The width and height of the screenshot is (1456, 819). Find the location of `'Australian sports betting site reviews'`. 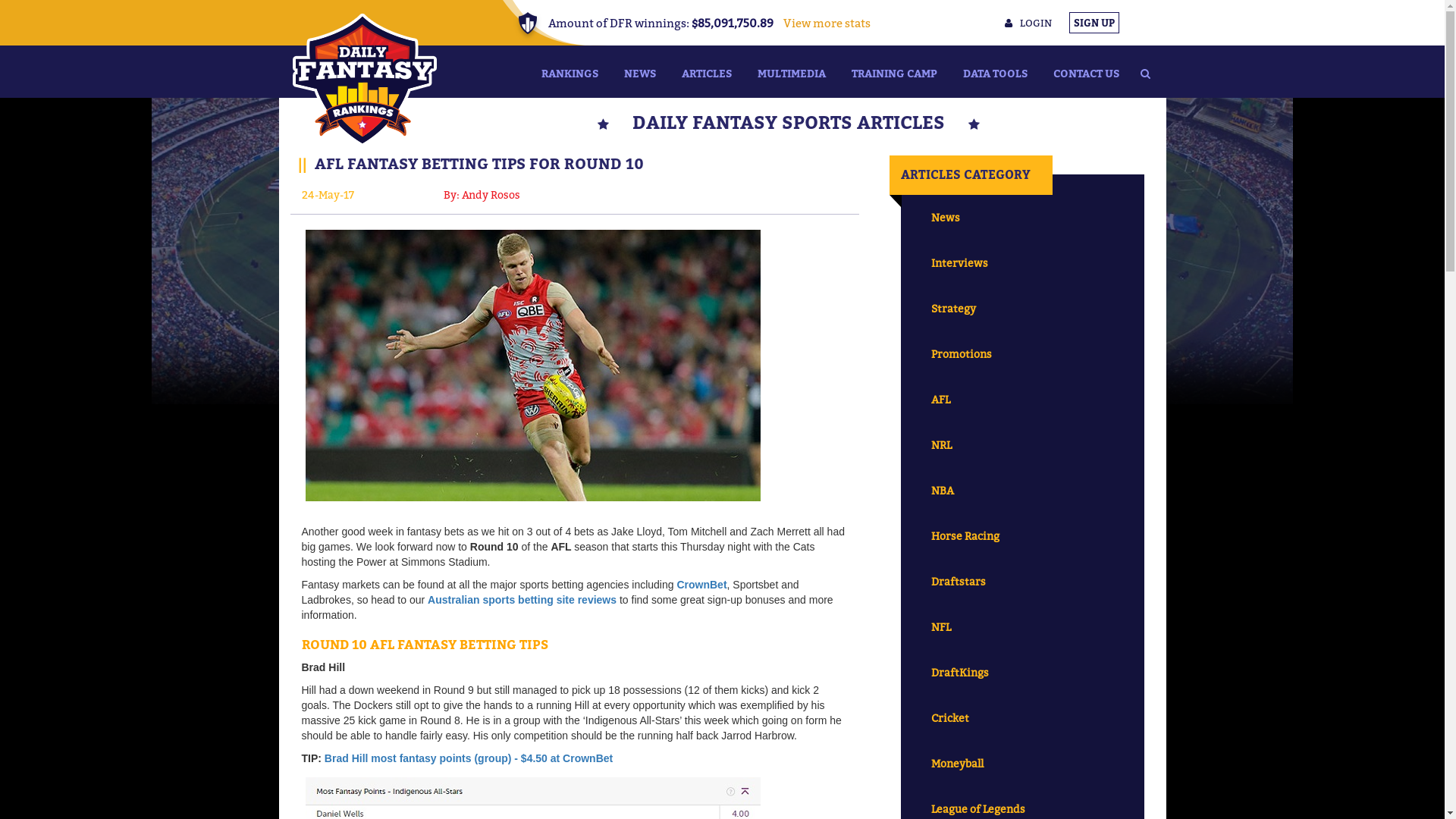

'Australian sports betting site reviews' is located at coordinates (427, 598).